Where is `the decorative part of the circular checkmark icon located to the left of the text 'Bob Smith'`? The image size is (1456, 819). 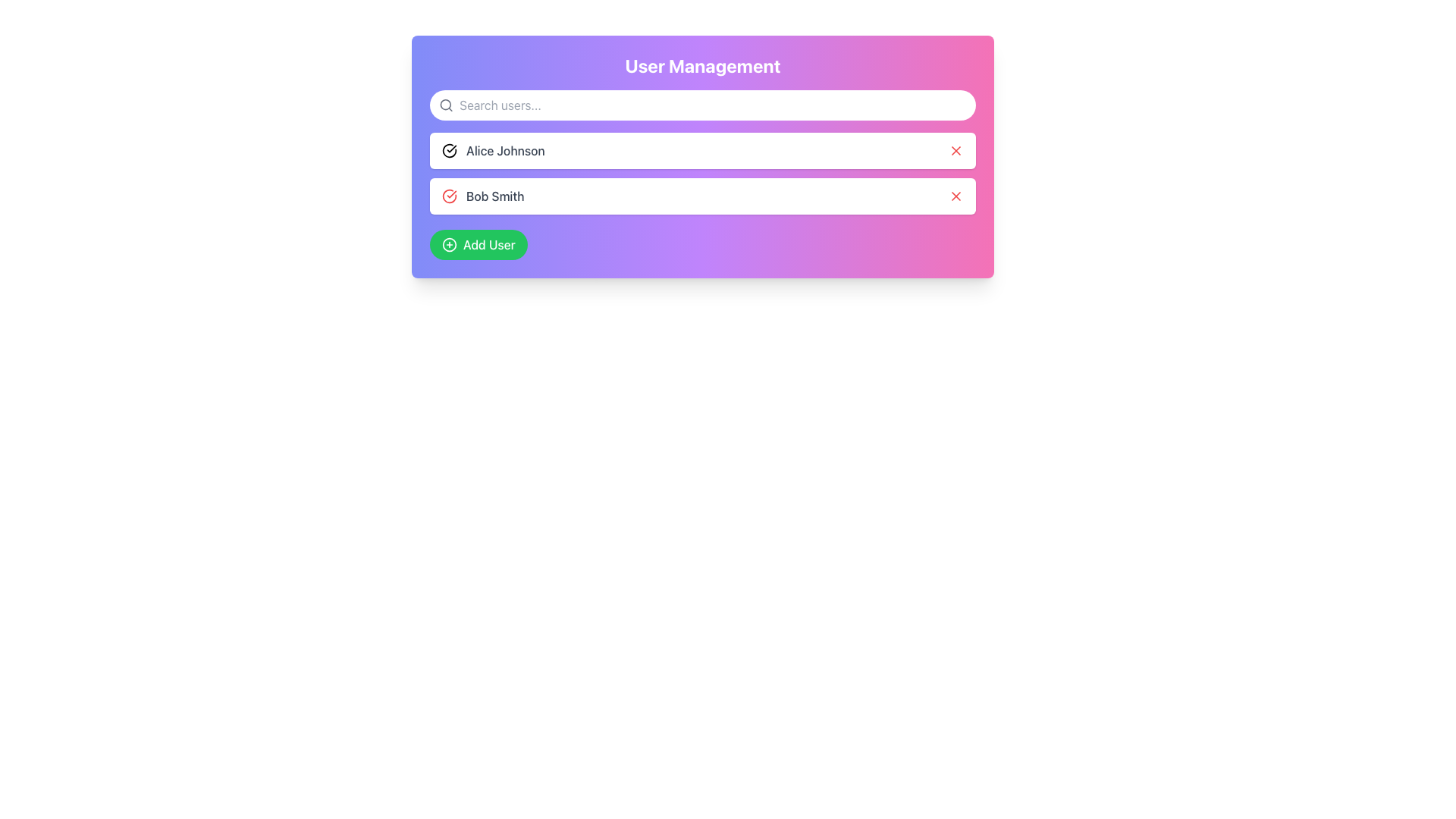 the decorative part of the circular checkmark icon located to the left of the text 'Bob Smith' is located at coordinates (449, 195).